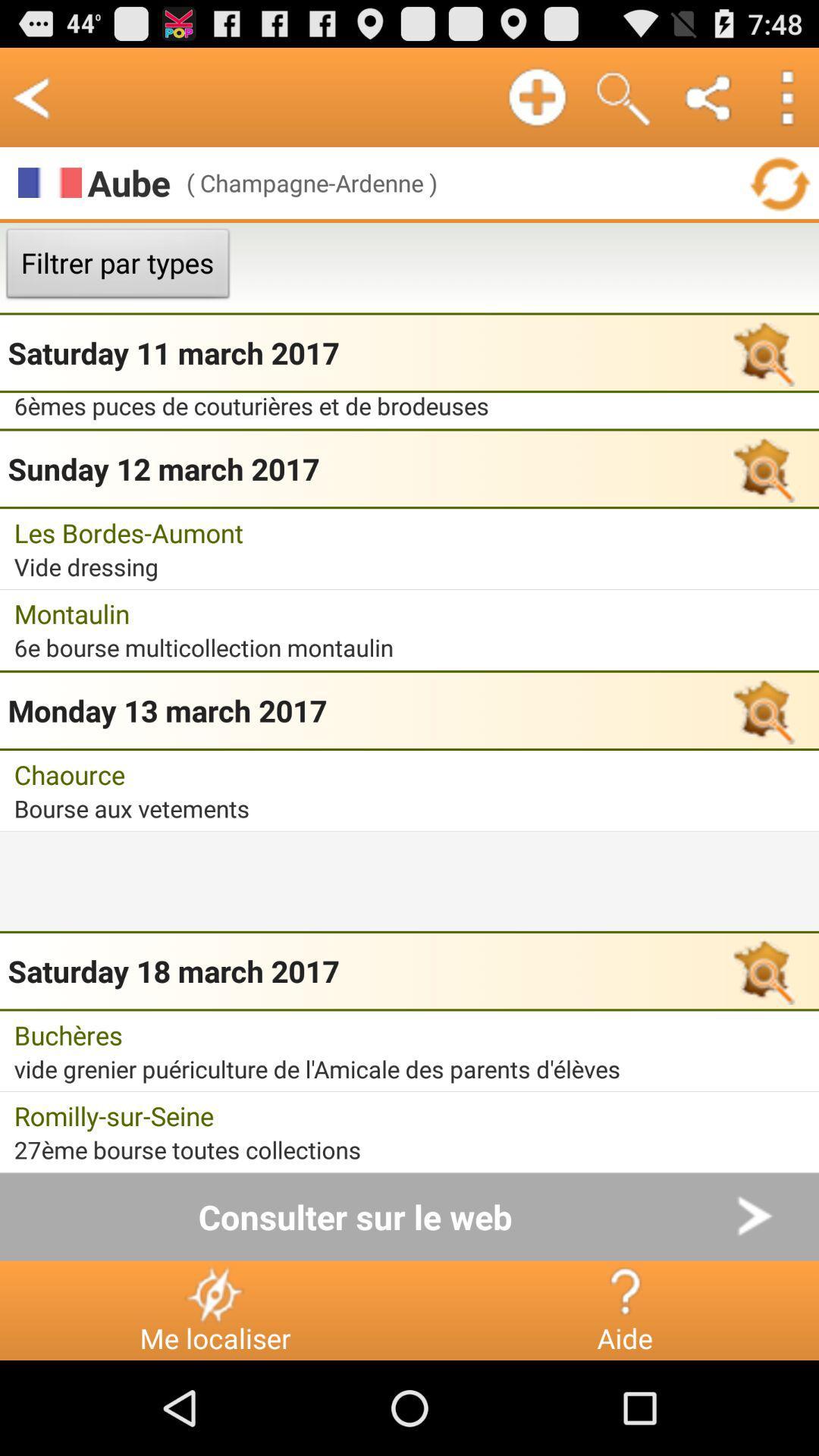 Image resolution: width=819 pixels, height=1456 pixels. What do you see at coordinates (623, 103) in the screenshot?
I see `the search icon` at bounding box center [623, 103].